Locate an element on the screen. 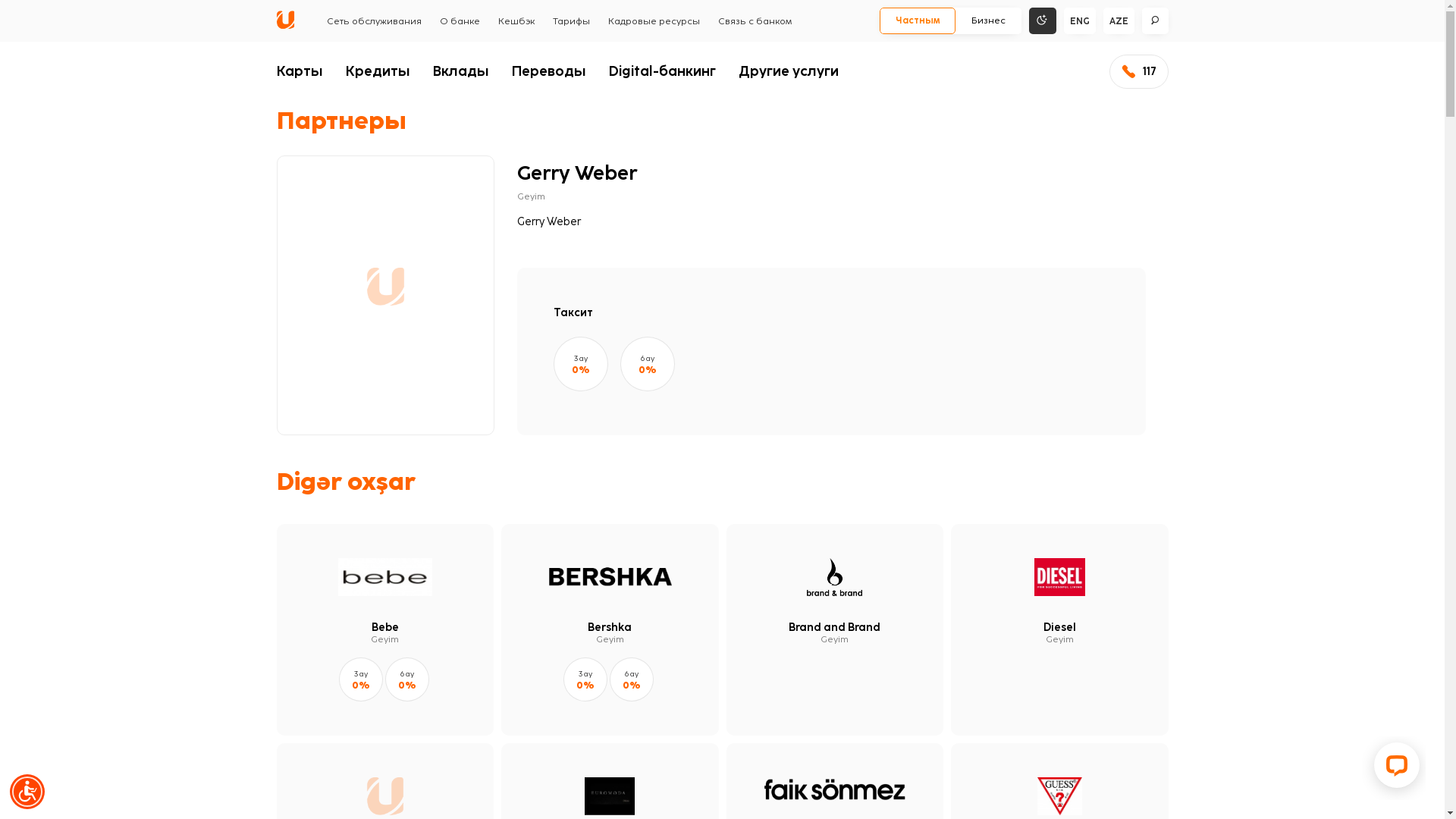  'ENG' is located at coordinates (1078, 20).